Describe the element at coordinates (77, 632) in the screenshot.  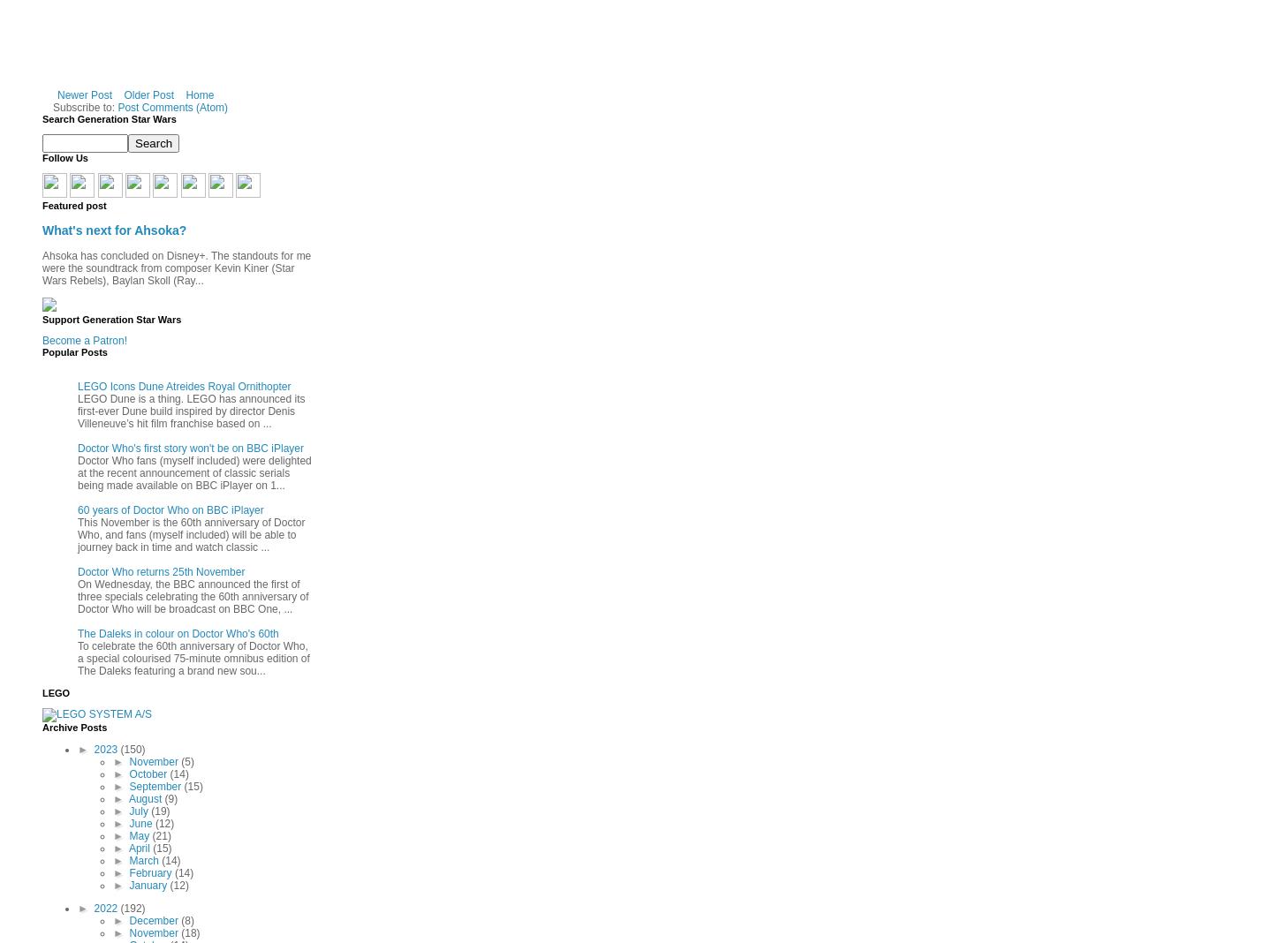
I see `'The Daleks in colour on Doctor Who's 60th'` at that location.